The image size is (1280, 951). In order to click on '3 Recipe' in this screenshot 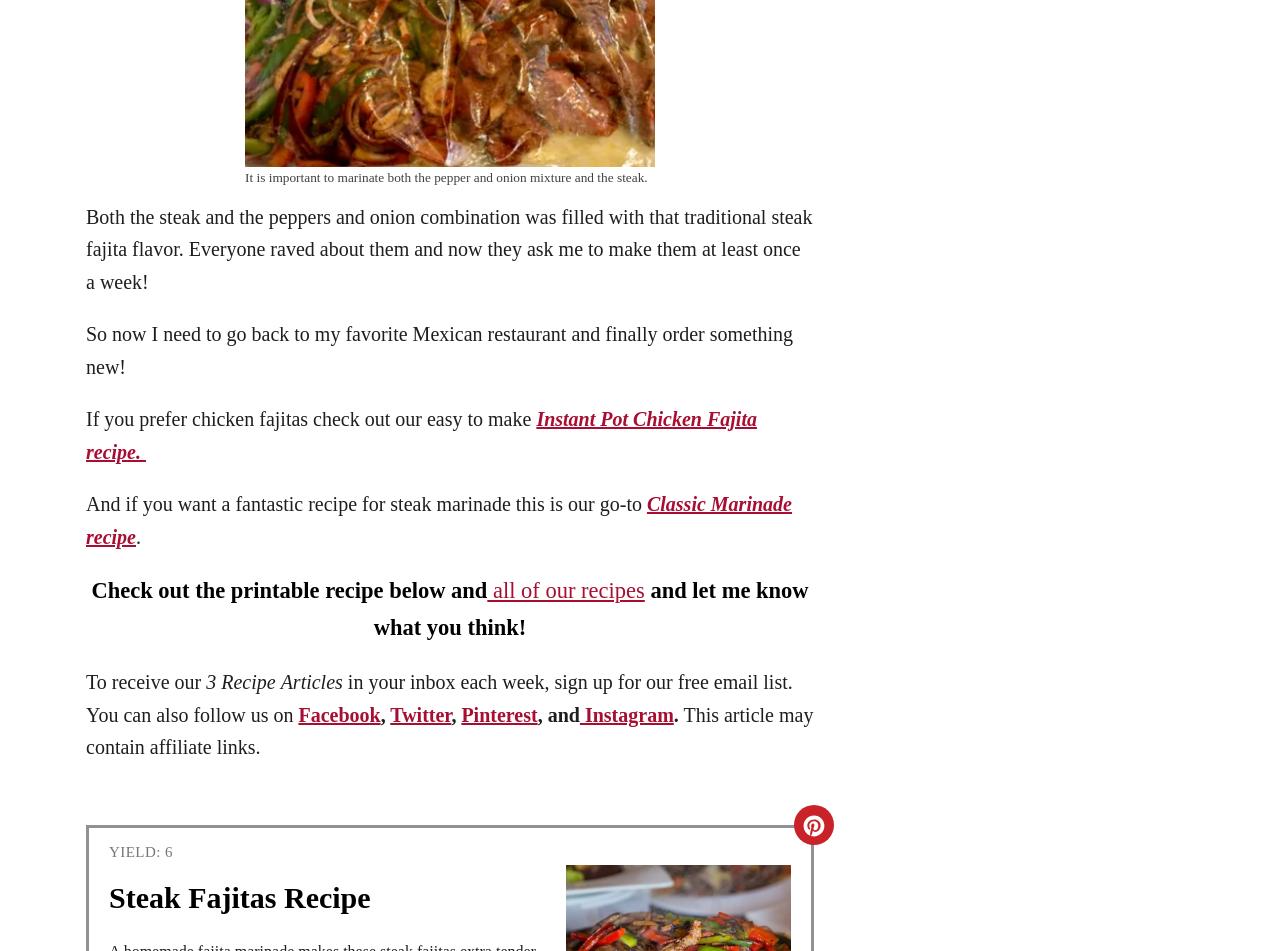, I will do `click(240, 680)`.